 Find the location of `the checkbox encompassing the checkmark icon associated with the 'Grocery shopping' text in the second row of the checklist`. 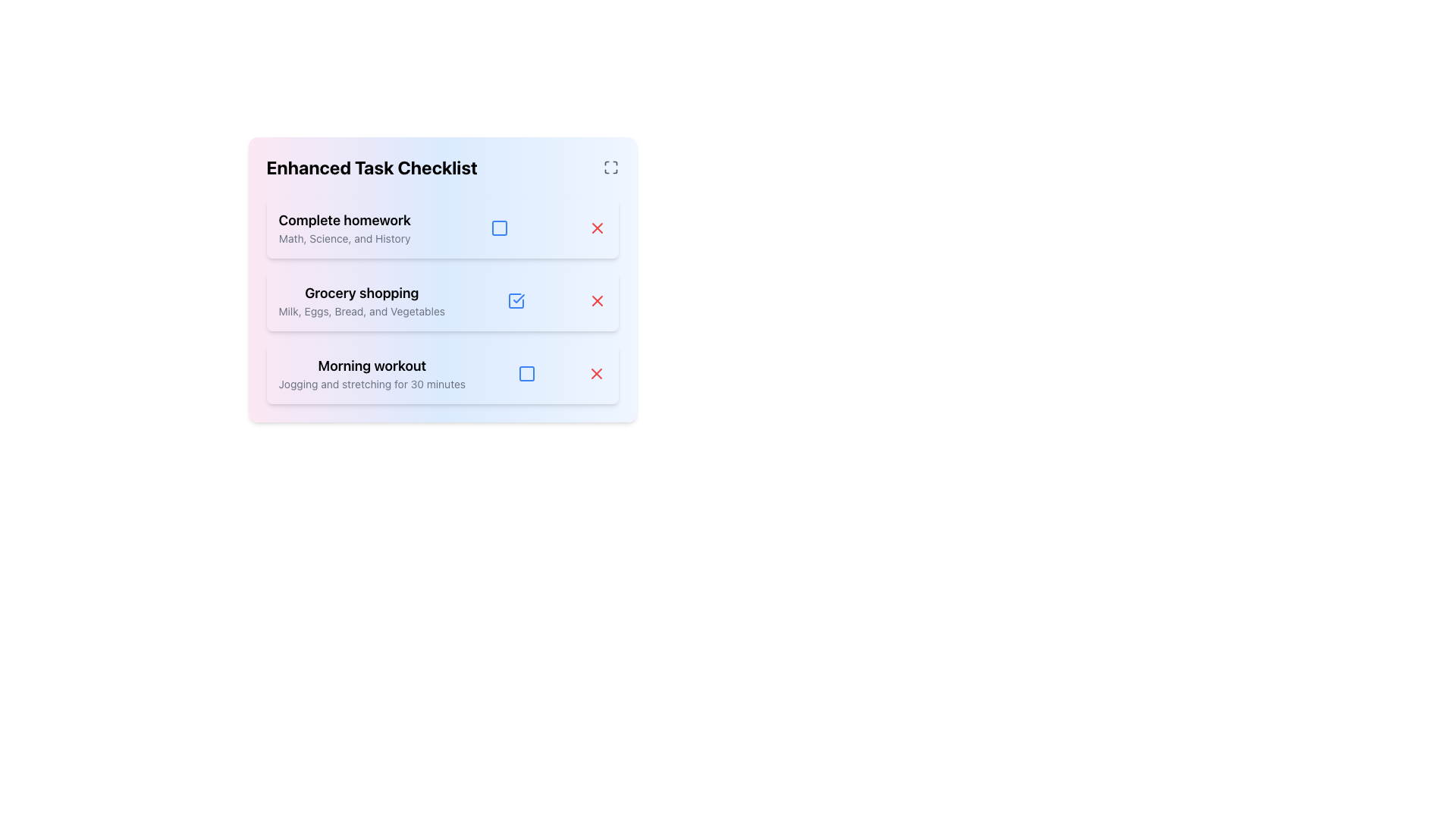

the checkbox encompassing the checkmark icon associated with the 'Grocery shopping' text in the second row of the checklist is located at coordinates (516, 301).